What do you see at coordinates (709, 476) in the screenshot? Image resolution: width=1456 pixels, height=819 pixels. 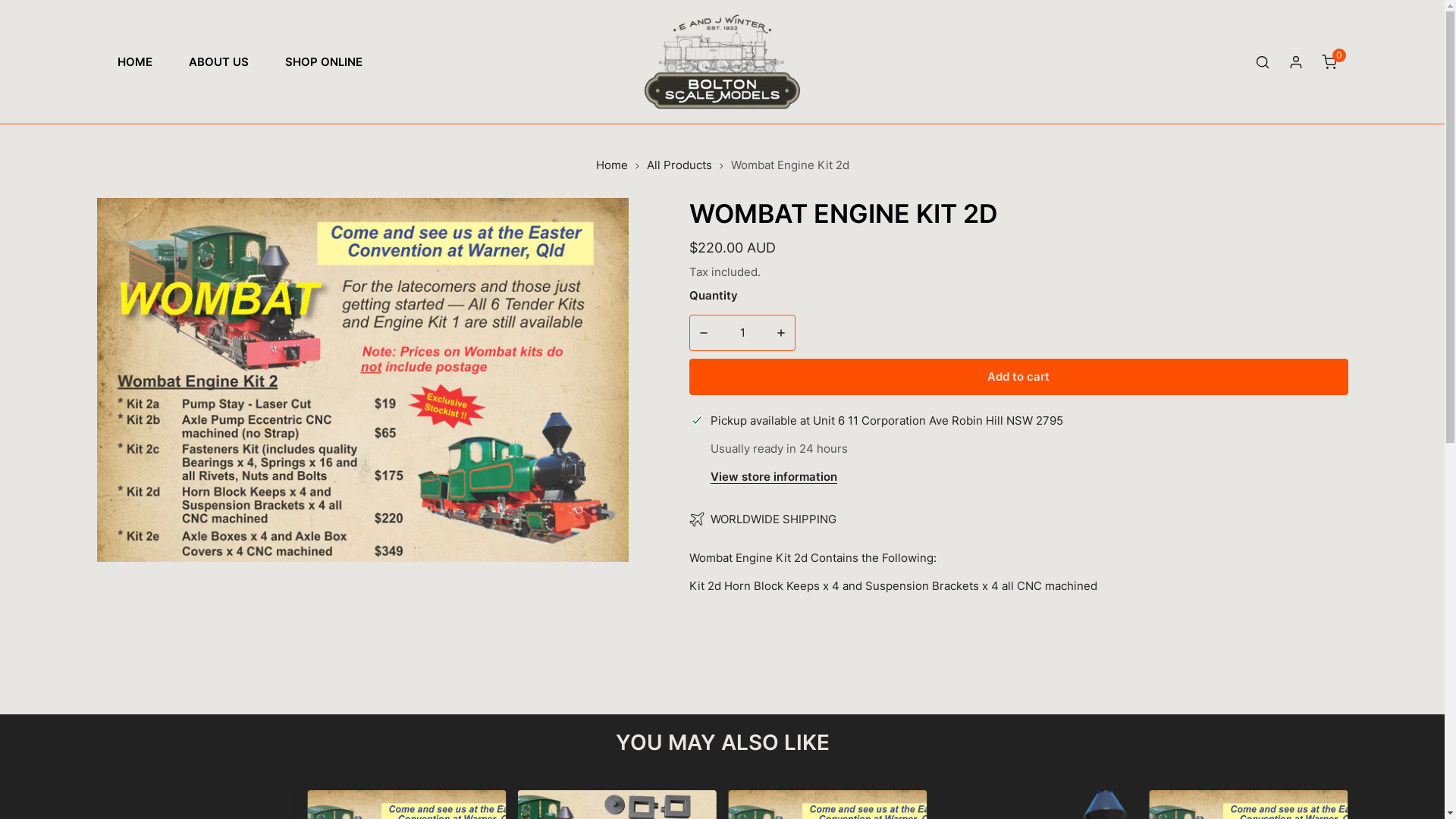 I see `'View store information'` at bounding box center [709, 476].